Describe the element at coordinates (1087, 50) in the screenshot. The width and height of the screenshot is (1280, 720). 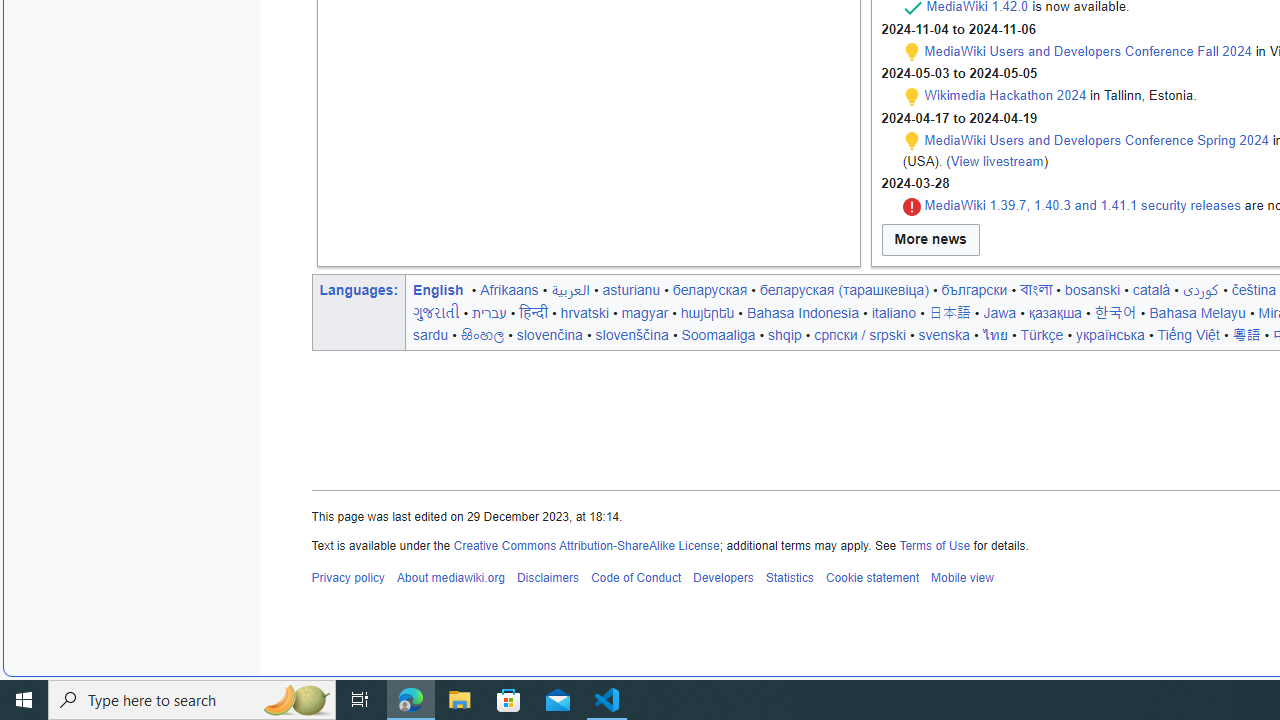
I see `'MediaWiki Users and Developers Conference Fall 2024'` at that location.